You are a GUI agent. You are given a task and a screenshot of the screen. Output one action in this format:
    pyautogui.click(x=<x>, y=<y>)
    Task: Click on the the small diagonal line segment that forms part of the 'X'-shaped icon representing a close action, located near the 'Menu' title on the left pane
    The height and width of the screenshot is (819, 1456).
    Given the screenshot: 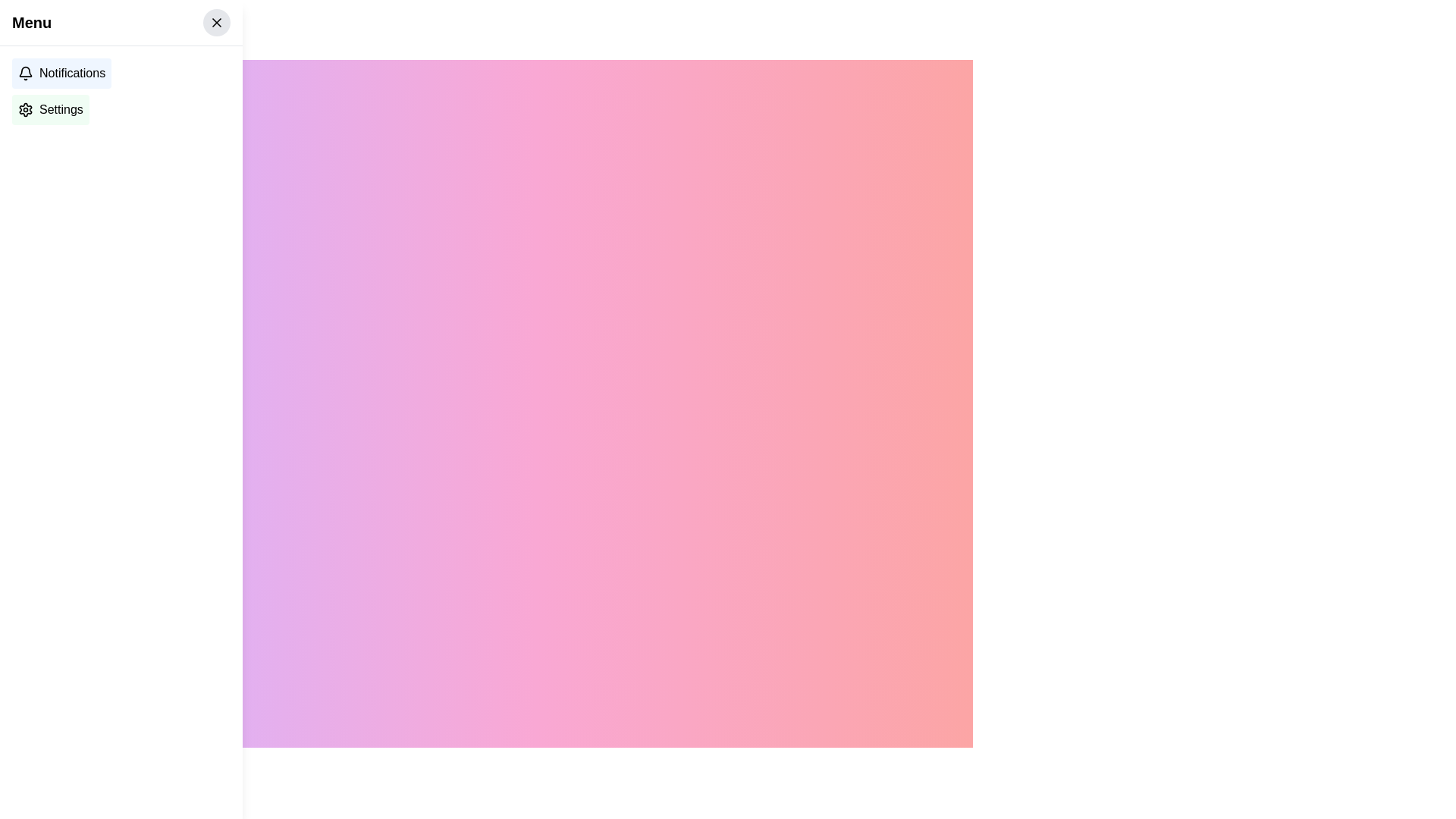 What is the action you would take?
    pyautogui.click(x=216, y=23)
    